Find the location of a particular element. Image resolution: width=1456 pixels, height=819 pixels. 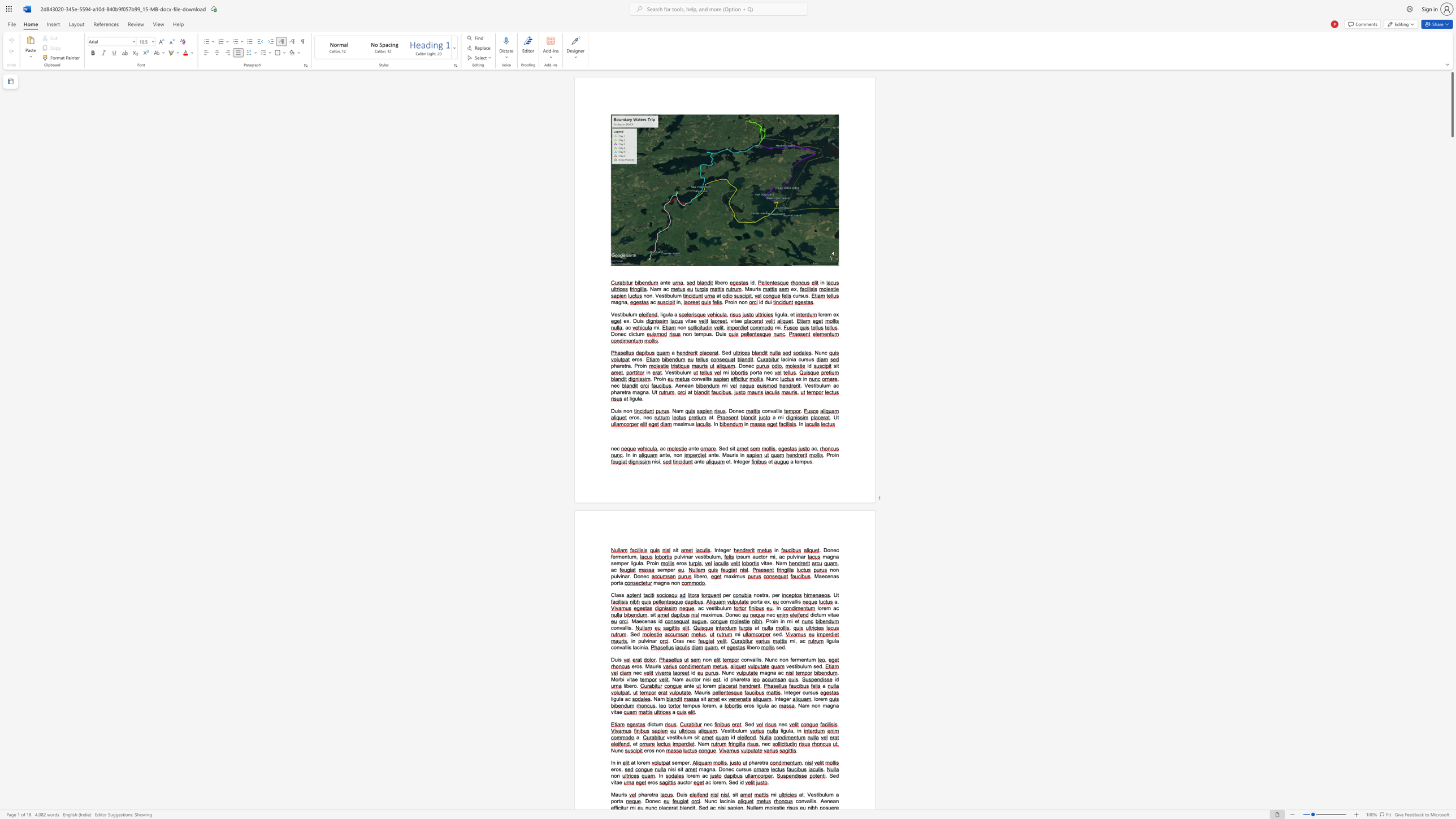

the 1th character "u" in the text is located at coordinates (769, 660).